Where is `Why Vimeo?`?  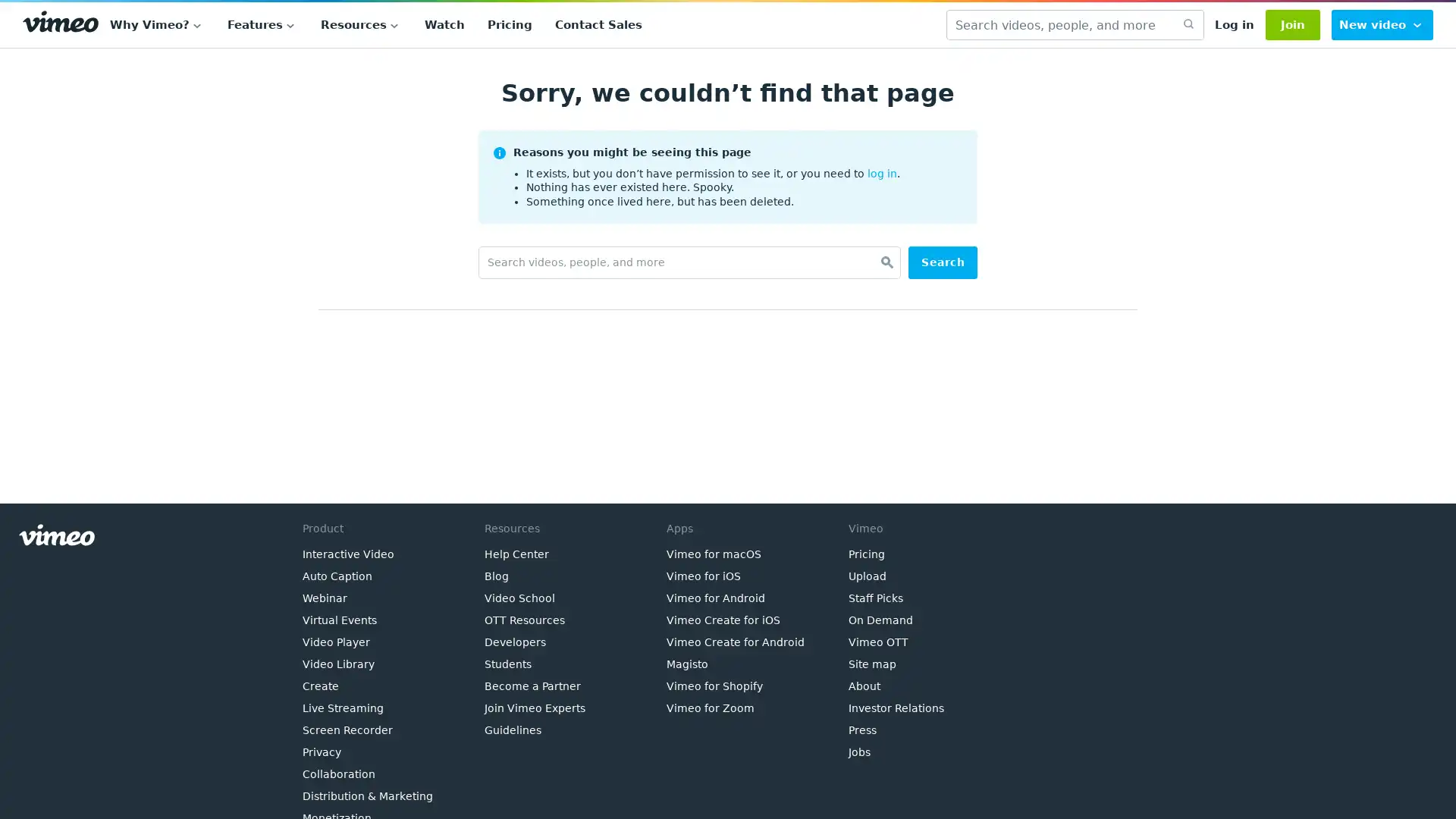
Why Vimeo? is located at coordinates (157, 25).